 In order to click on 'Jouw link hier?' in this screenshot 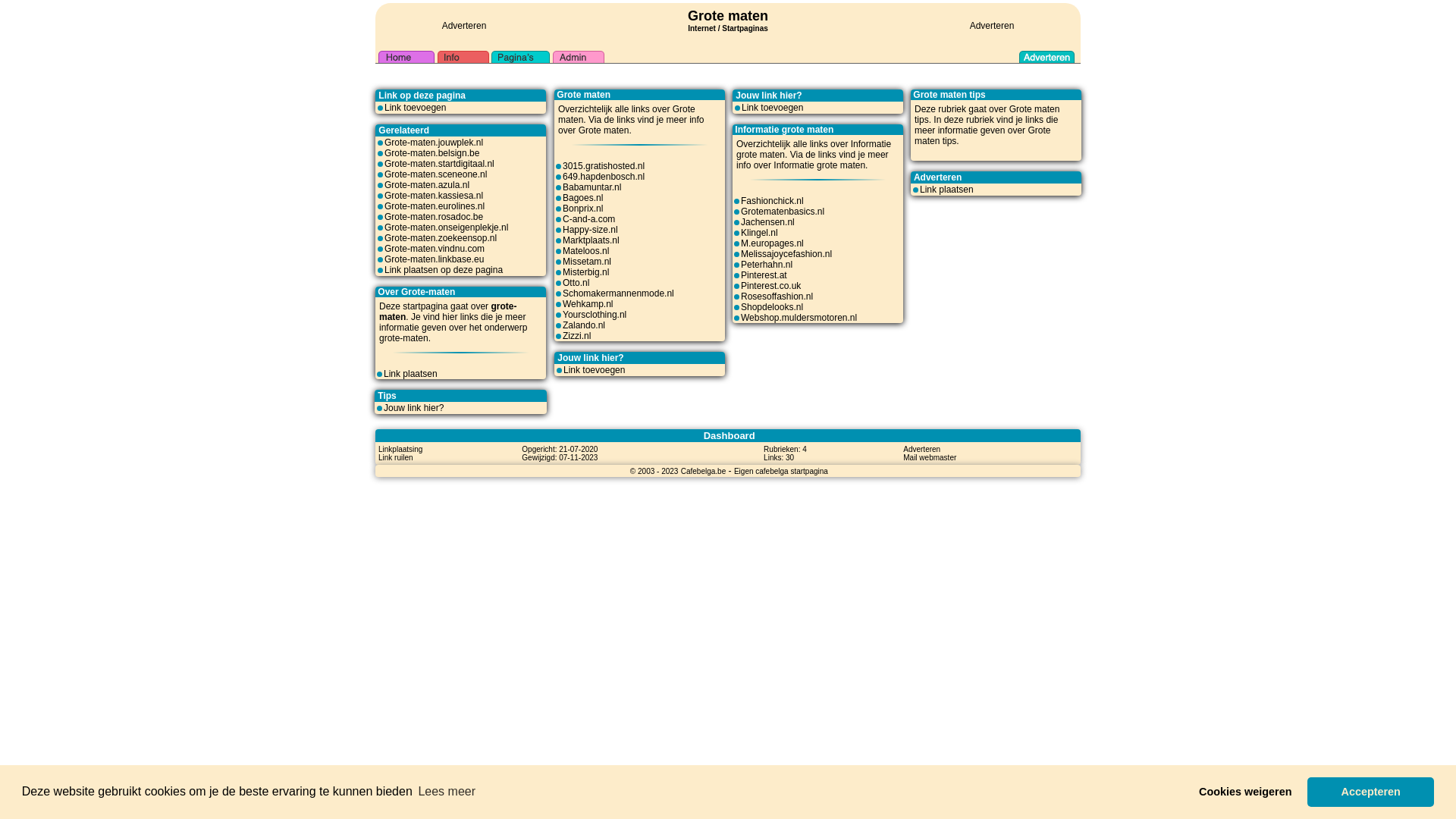, I will do `click(413, 406)`.